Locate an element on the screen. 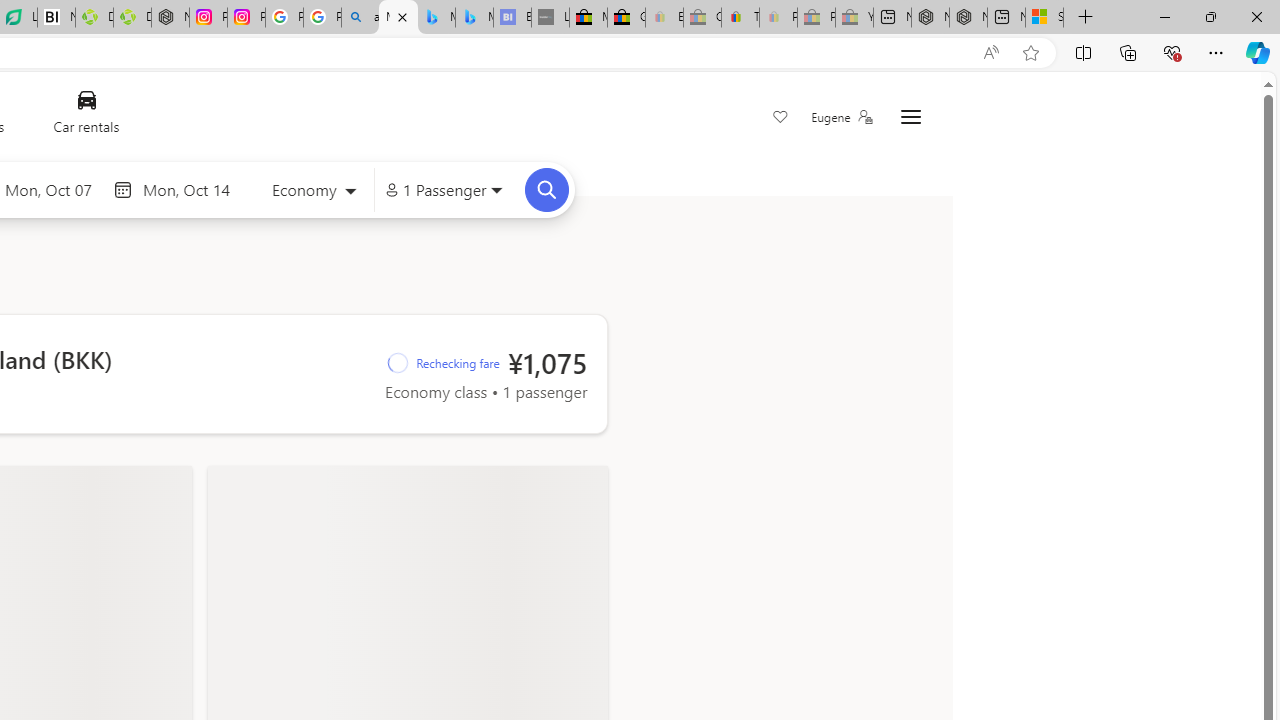 This screenshot has height=720, width=1280. 'Threats and offensive language policy | eBay' is located at coordinates (739, 17).